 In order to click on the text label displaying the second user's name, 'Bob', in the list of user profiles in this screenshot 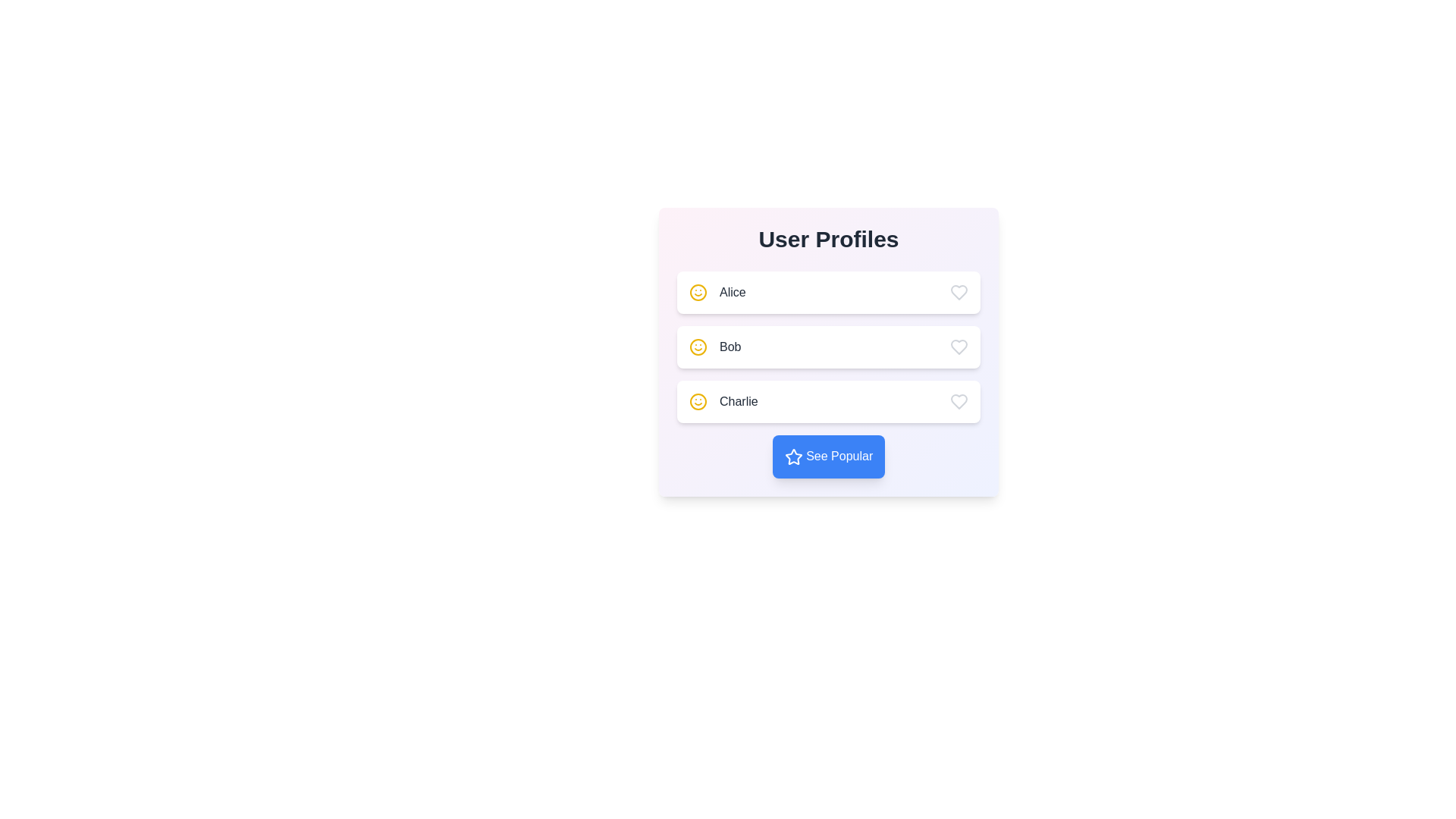, I will do `click(730, 347)`.